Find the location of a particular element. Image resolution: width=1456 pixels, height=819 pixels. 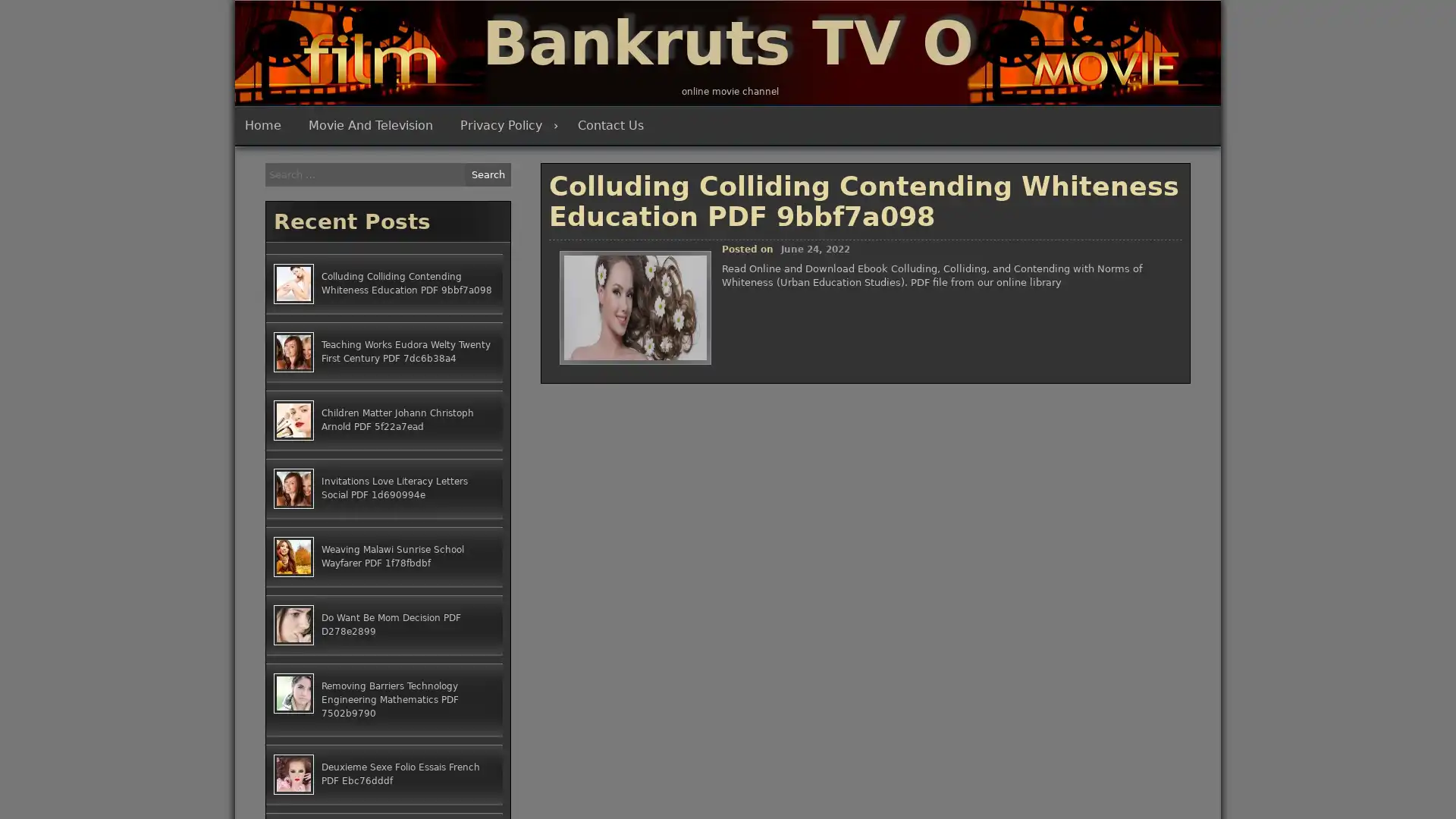

Search is located at coordinates (488, 174).